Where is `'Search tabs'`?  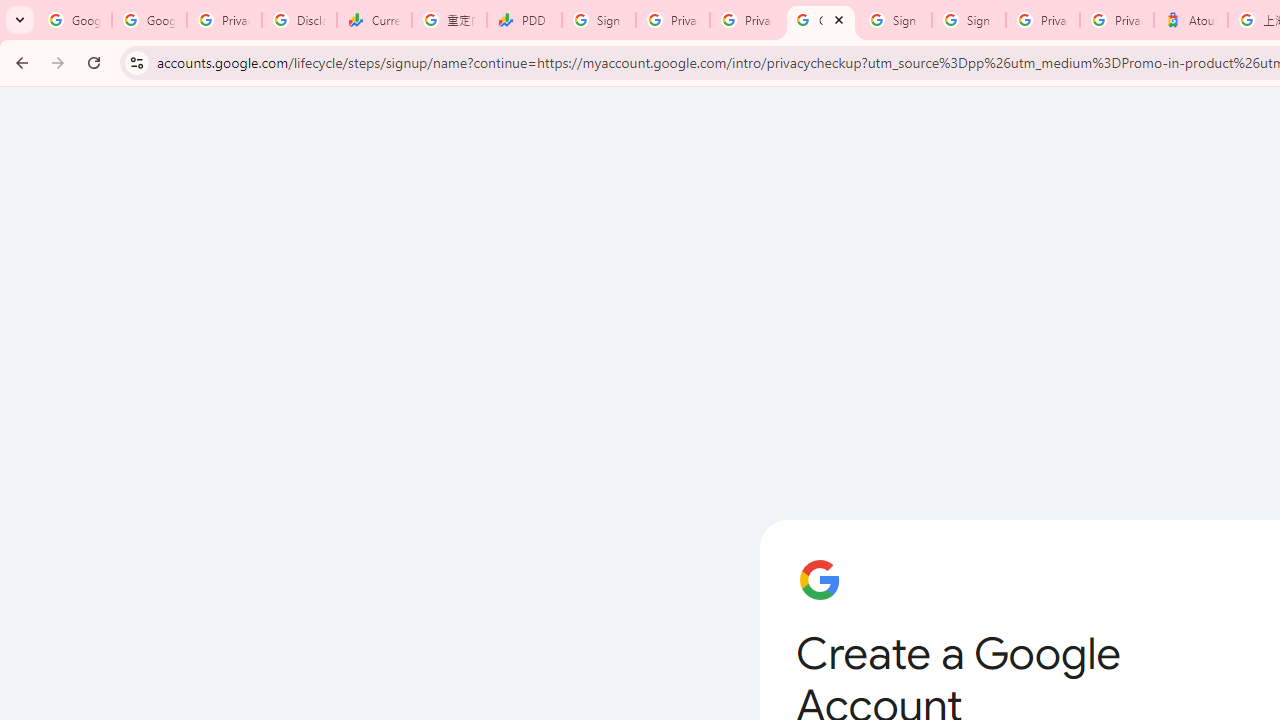 'Search tabs' is located at coordinates (20, 20).